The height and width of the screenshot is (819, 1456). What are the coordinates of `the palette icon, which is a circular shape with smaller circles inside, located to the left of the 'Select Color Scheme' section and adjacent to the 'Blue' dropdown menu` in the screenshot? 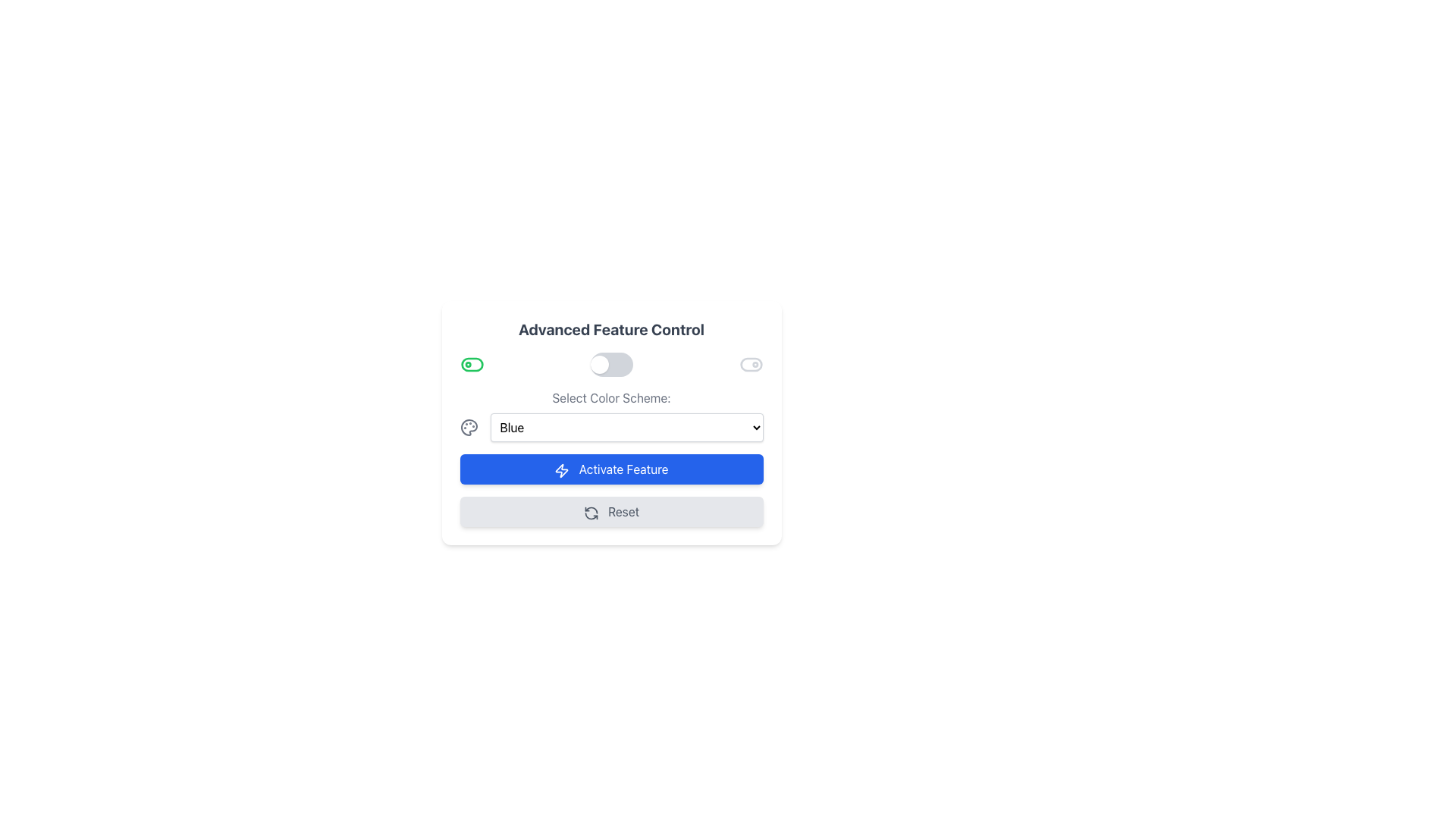 It's located at (468, 427).